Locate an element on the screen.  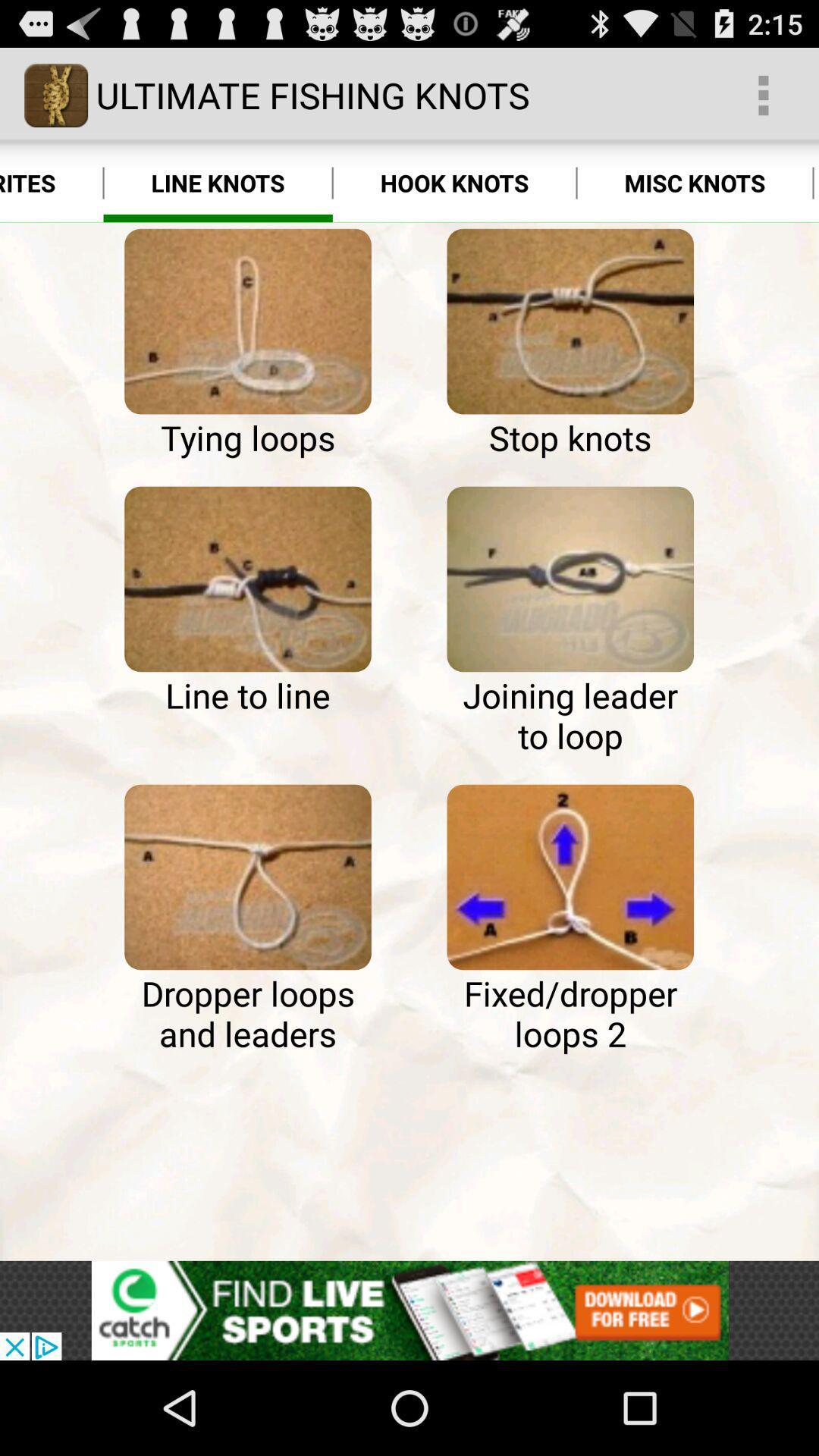
ultimate fishing knots is located at coordinates (570, 321).